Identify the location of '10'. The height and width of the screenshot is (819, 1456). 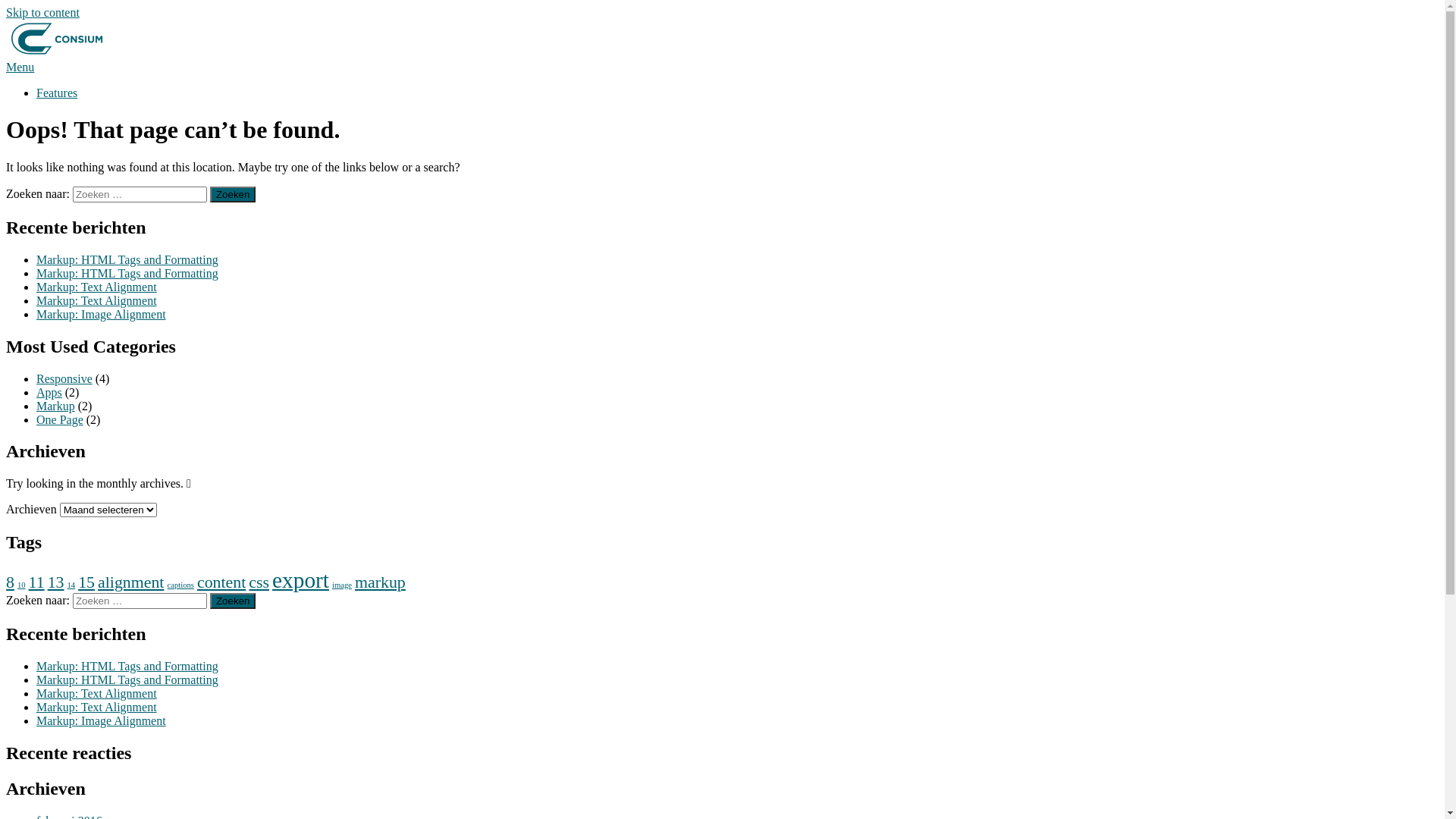
(17, 584).